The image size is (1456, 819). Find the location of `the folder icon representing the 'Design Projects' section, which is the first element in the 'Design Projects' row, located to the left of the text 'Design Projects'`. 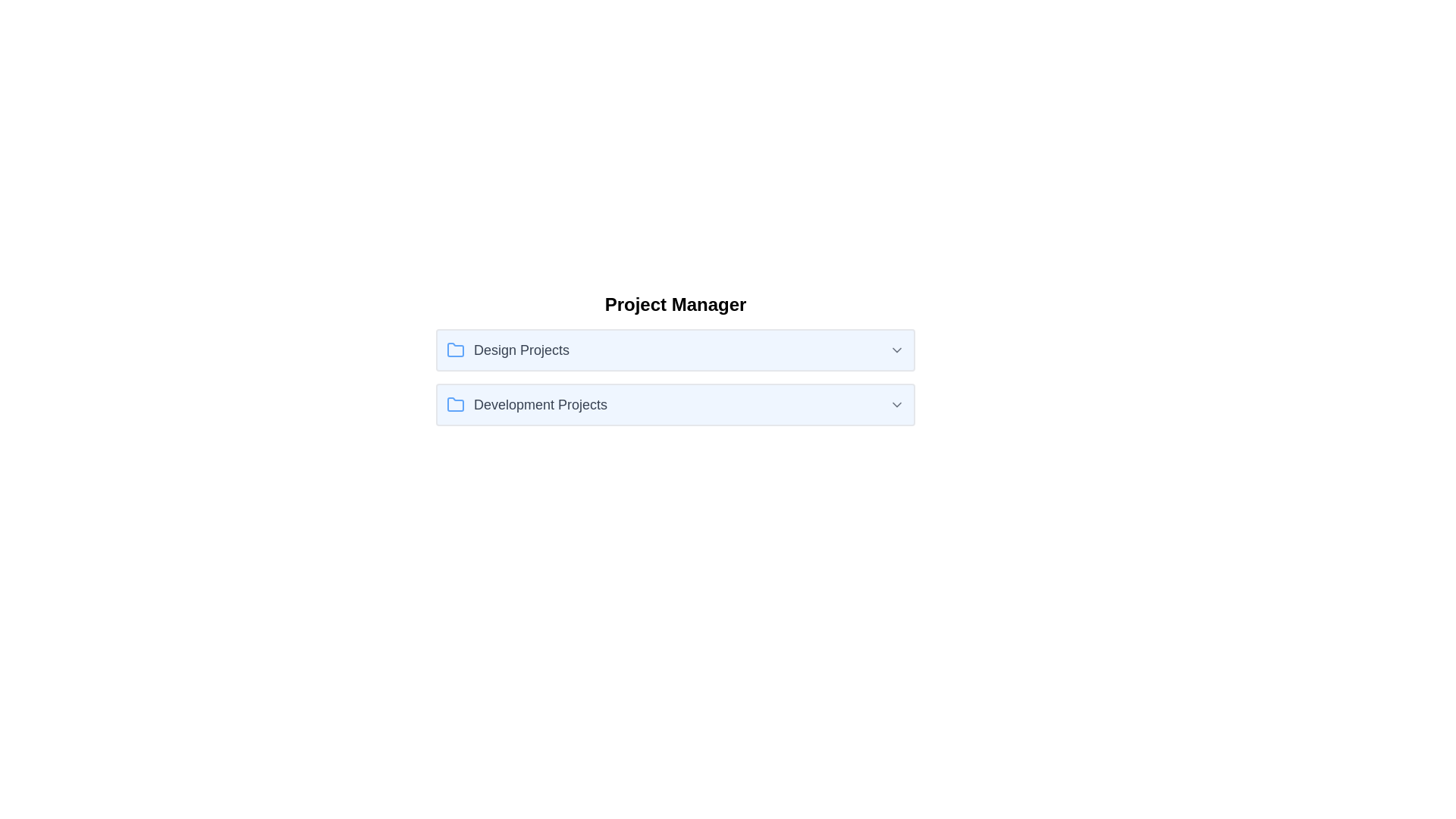

the folder icon representing the 'Design Projects' section, which is the first element in the 'Design Projects' row, located to the left of the text 'Design Projects' is located at coordinates (454, 350).